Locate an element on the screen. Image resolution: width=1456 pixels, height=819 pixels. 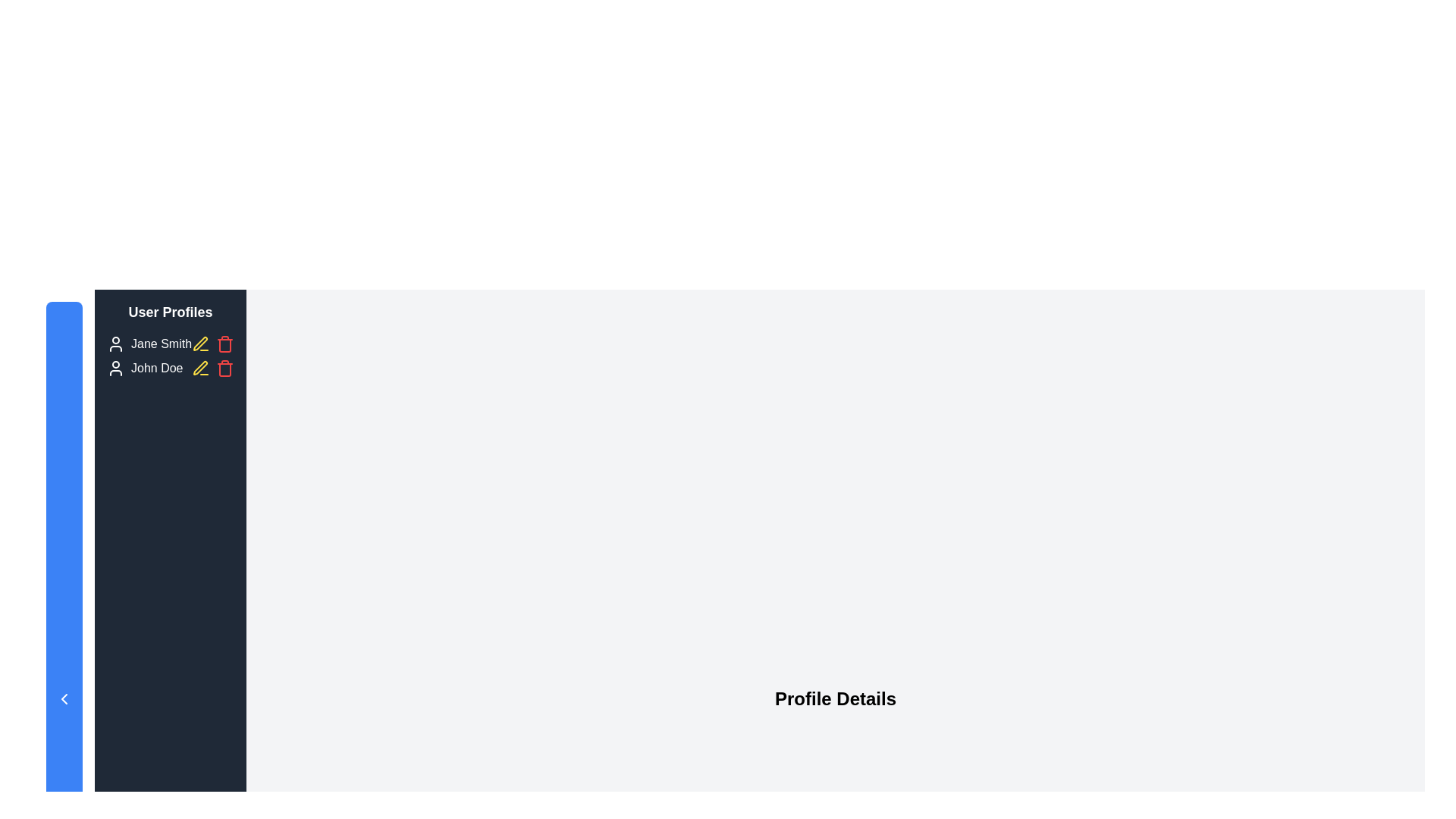
the user profile entry labeled 'John Doe' in the left sidebar is located at coordinates (171, 369).